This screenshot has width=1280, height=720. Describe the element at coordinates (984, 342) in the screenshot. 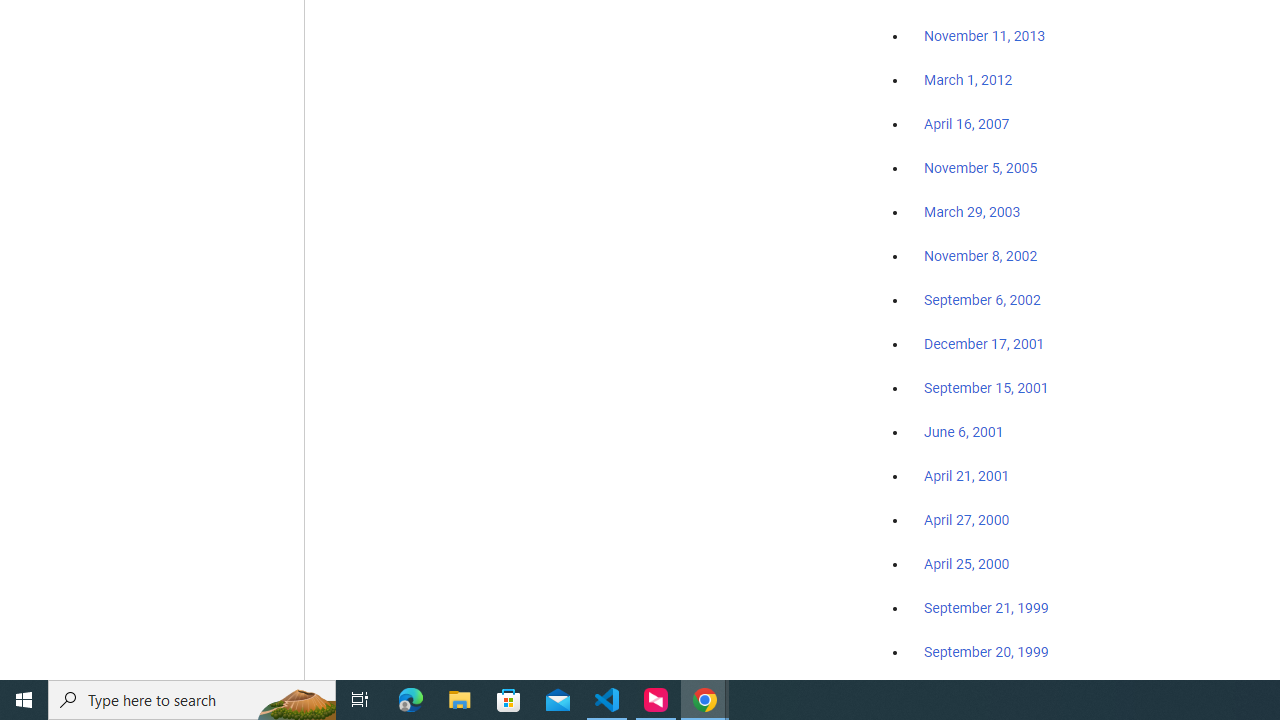

I see `'December 17, 2001'` at that location.